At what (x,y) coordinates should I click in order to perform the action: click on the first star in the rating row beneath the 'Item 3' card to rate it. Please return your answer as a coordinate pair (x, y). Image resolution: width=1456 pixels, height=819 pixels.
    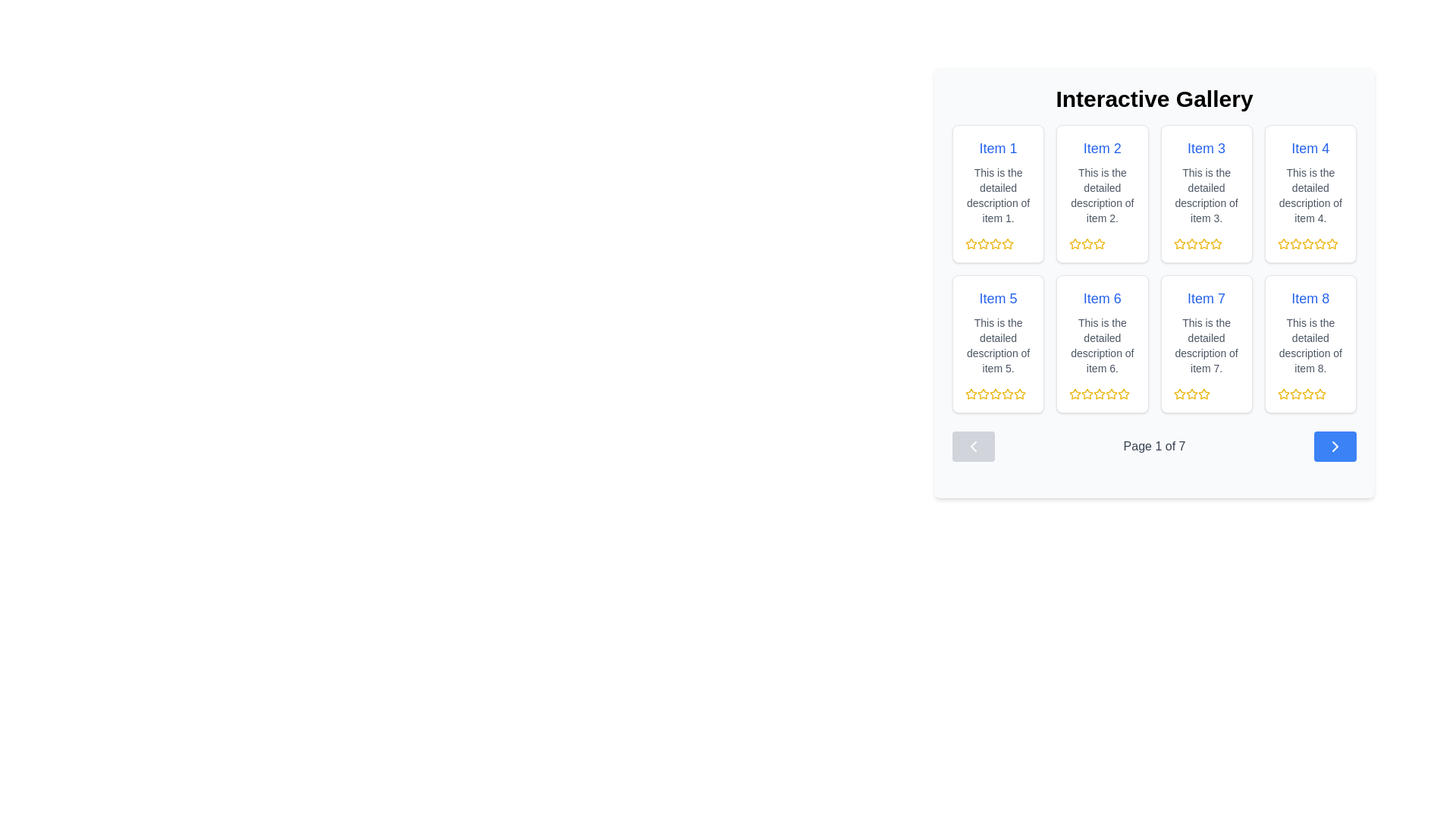
    Looking at the image, I should click on (1178, 243).